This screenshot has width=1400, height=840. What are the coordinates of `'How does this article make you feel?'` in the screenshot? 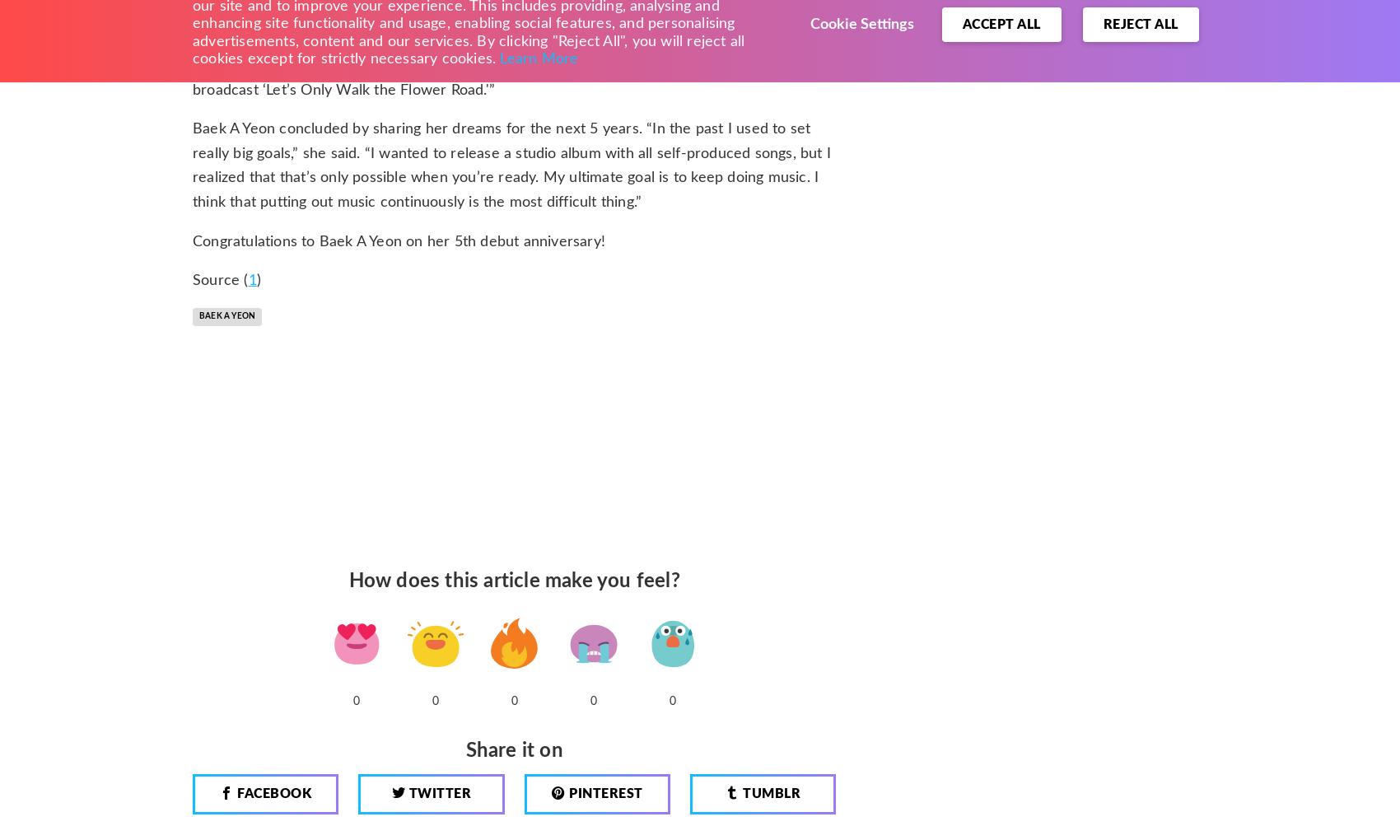 It's located at (513, 580).